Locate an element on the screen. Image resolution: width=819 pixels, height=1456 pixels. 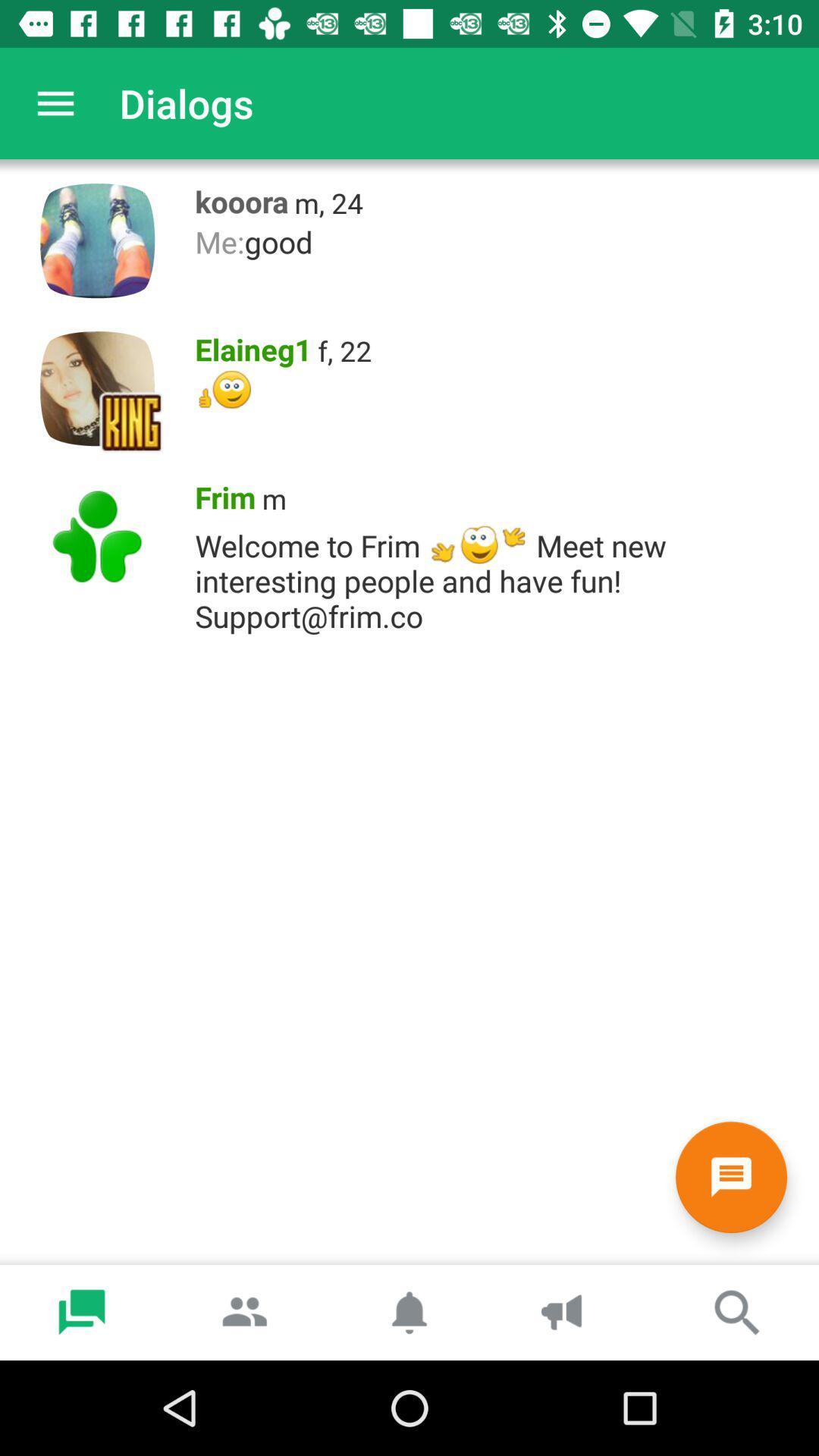
the icon below frim item is located at coordinates (499, 576).